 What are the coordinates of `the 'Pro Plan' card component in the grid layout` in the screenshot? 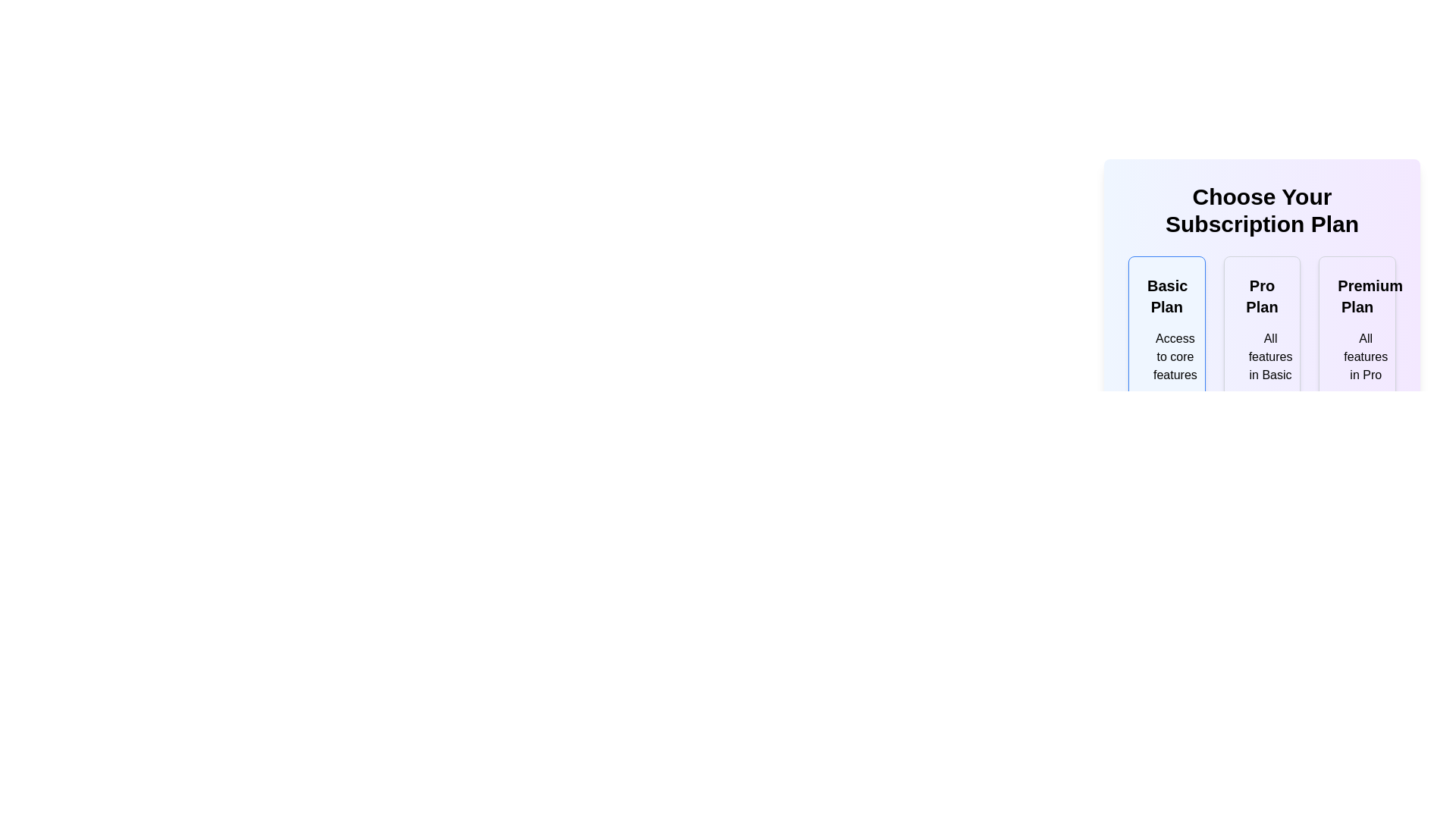 It's located at (1262, 397).